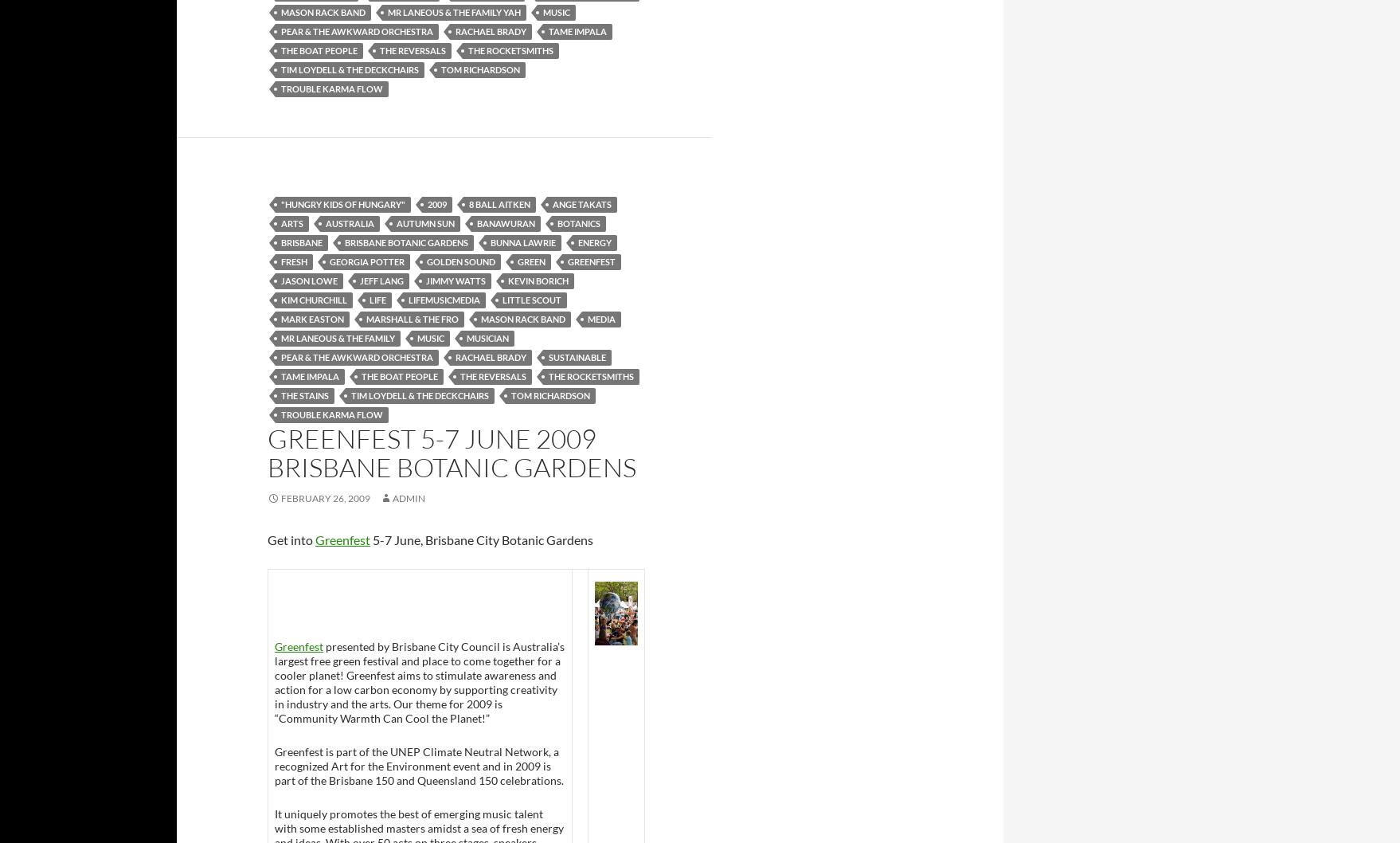  I want to click on 'lifemusicmedia', so click(407, 299).